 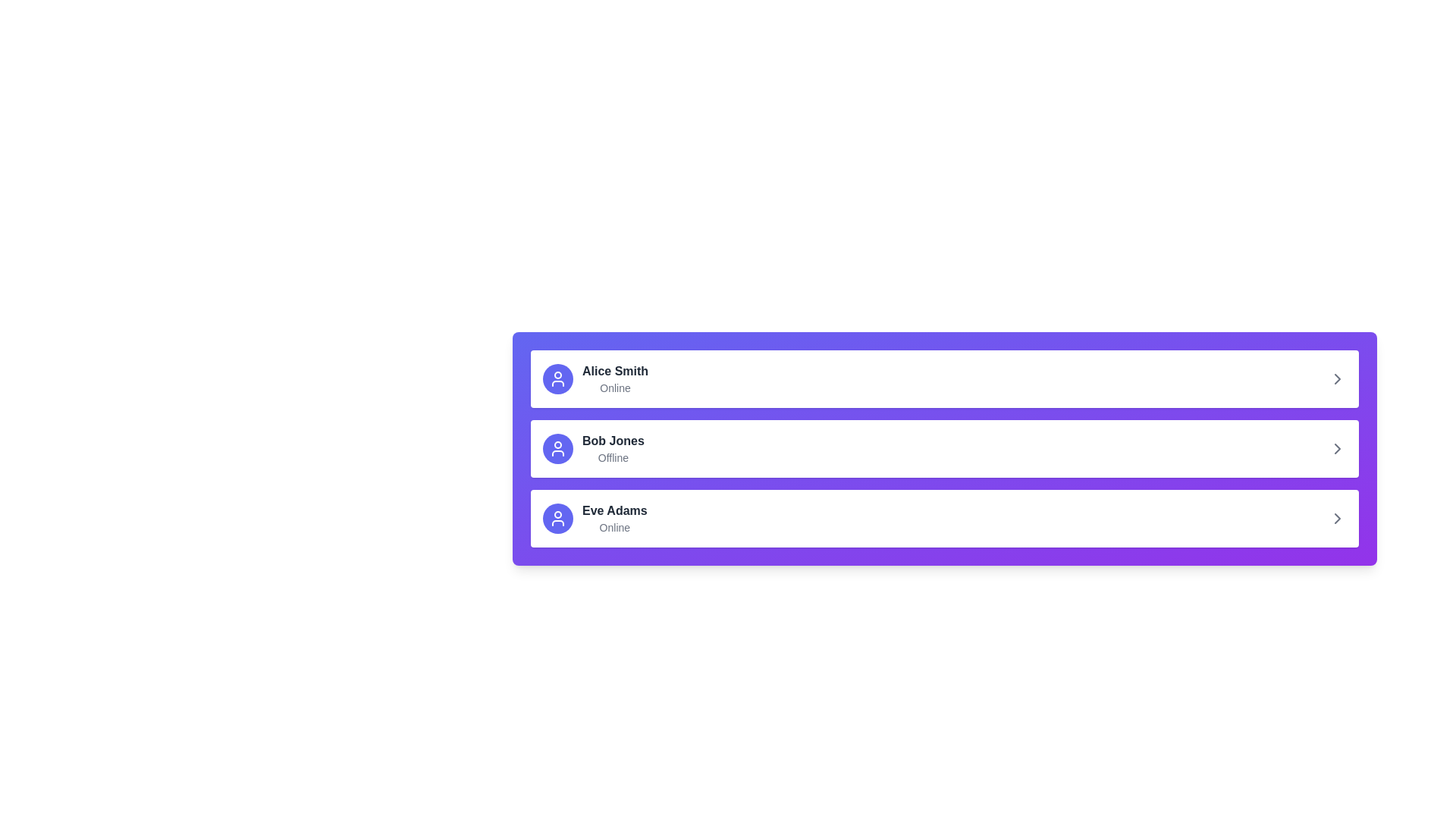 What do you see at coordinates (557, 447) in the screenshot?
I see `the user avatar icon located inside the indigo circle of the second item in the vertical list, which represents the profile picture for the user 'Bob Jones'` at bounding box center [557, 447].